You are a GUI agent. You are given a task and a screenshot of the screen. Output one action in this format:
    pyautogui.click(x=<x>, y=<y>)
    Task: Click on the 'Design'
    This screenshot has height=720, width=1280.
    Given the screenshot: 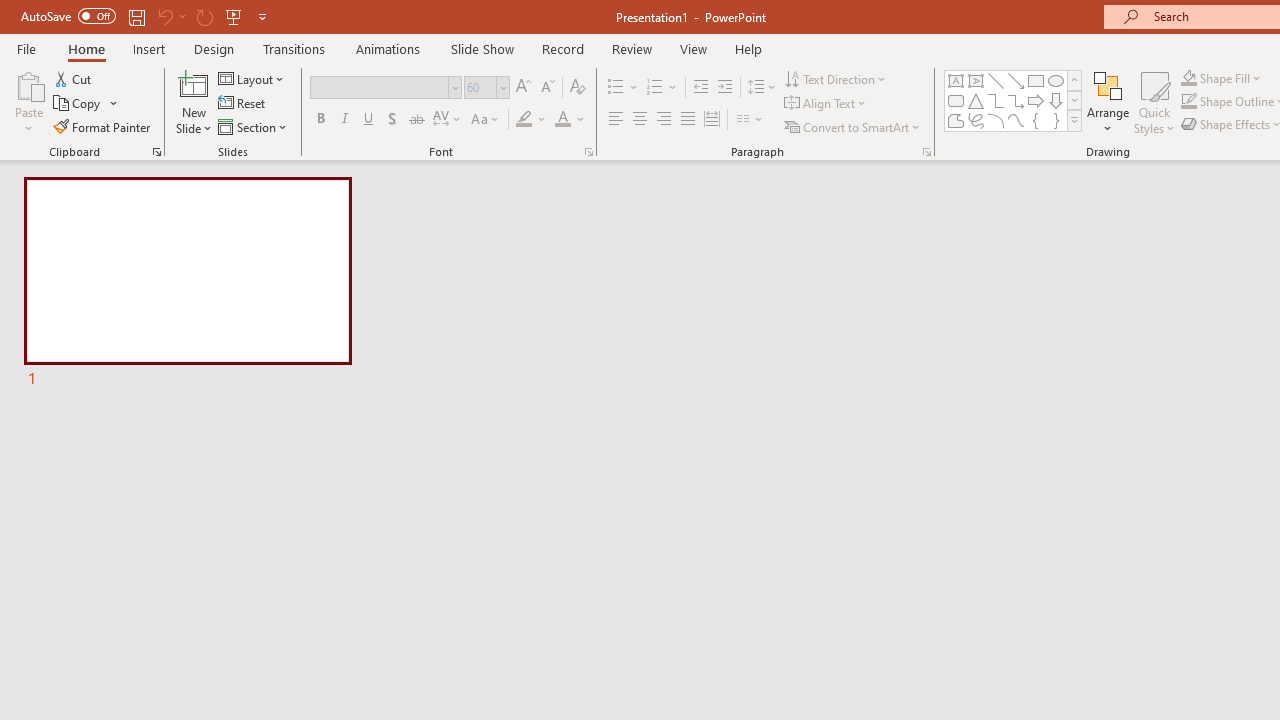 What is the action you would take?
    pyautogui.click(x=214, y=48)
    